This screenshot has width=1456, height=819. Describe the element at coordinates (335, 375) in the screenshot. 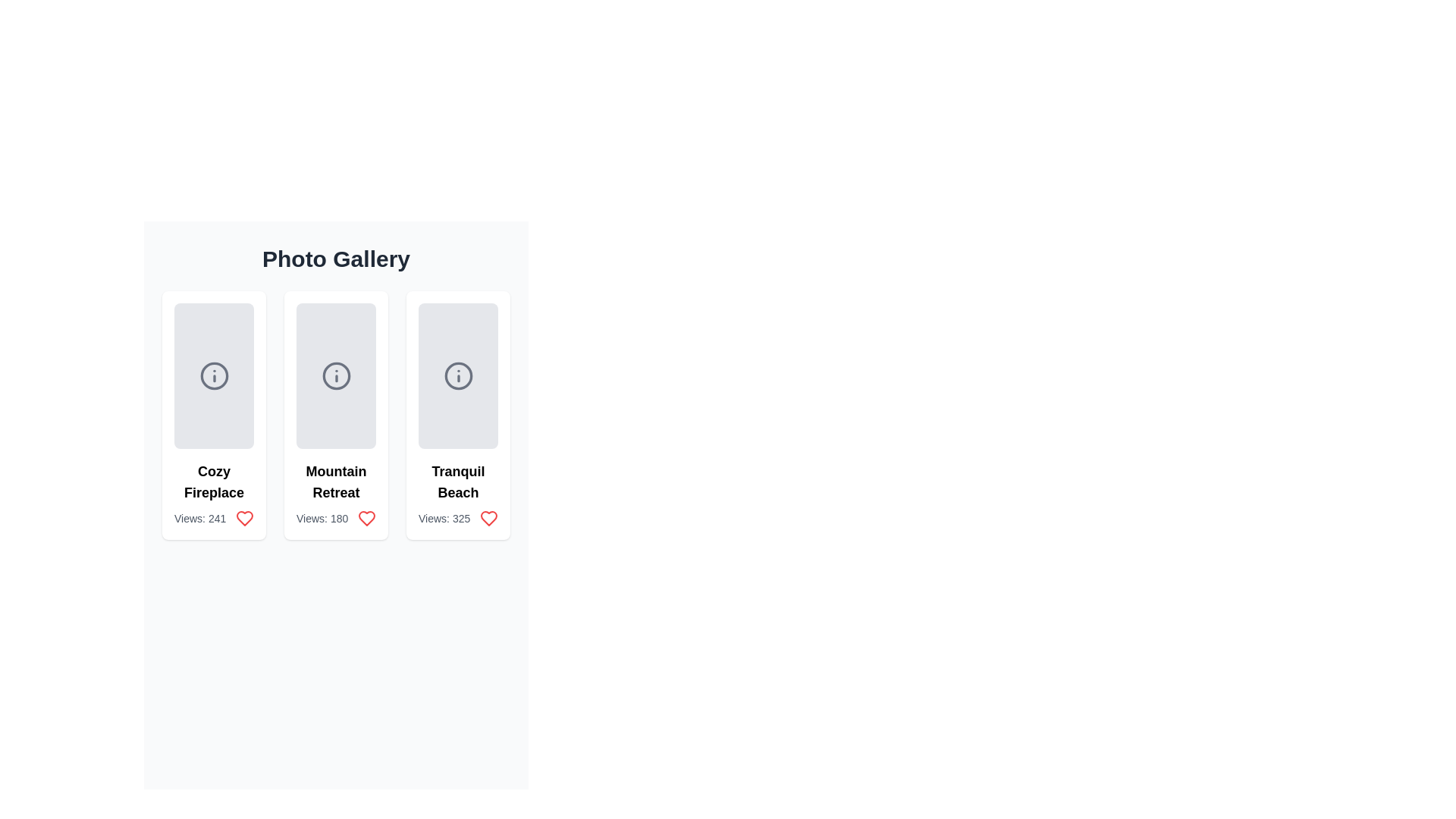

I see `the circular boundary of the 'info' icon in the second card ('Mountain Retreat') within a three-card horizontal layout` at that location.